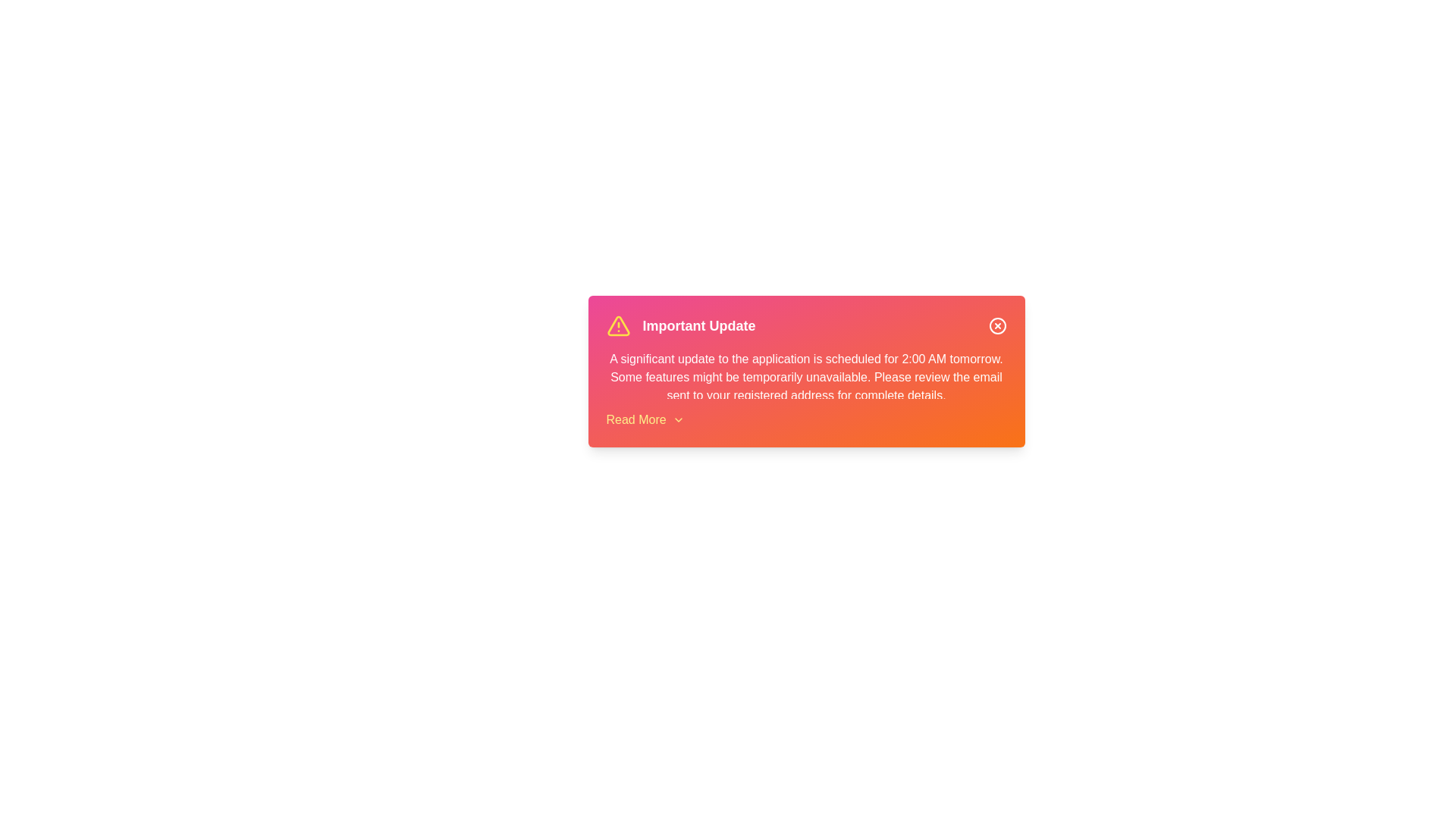  I want to click on the title of the alert message for accessibility testing, so click(698, 325).